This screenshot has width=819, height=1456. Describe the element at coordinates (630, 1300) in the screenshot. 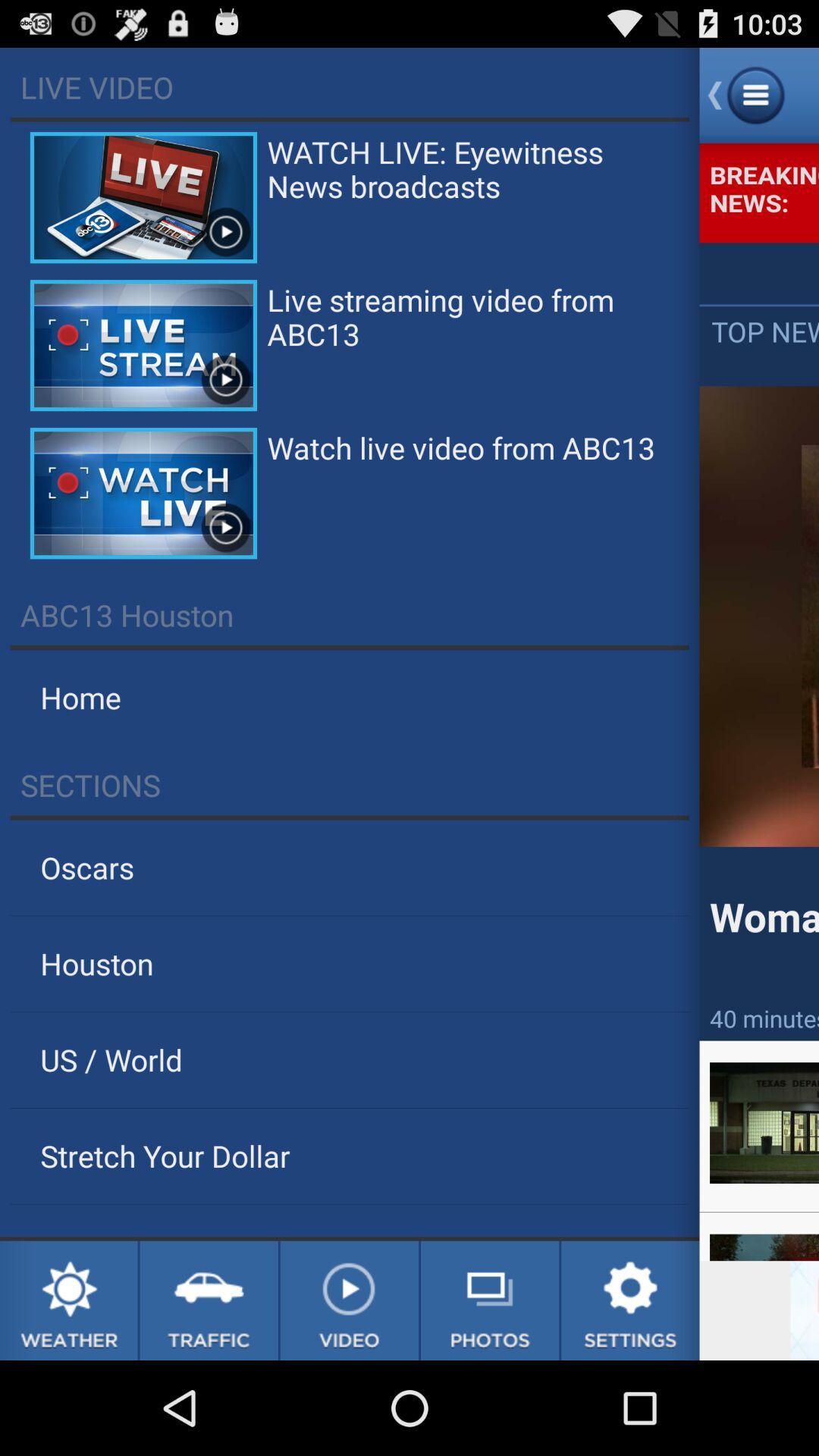

I see `open settings tab` at that location.